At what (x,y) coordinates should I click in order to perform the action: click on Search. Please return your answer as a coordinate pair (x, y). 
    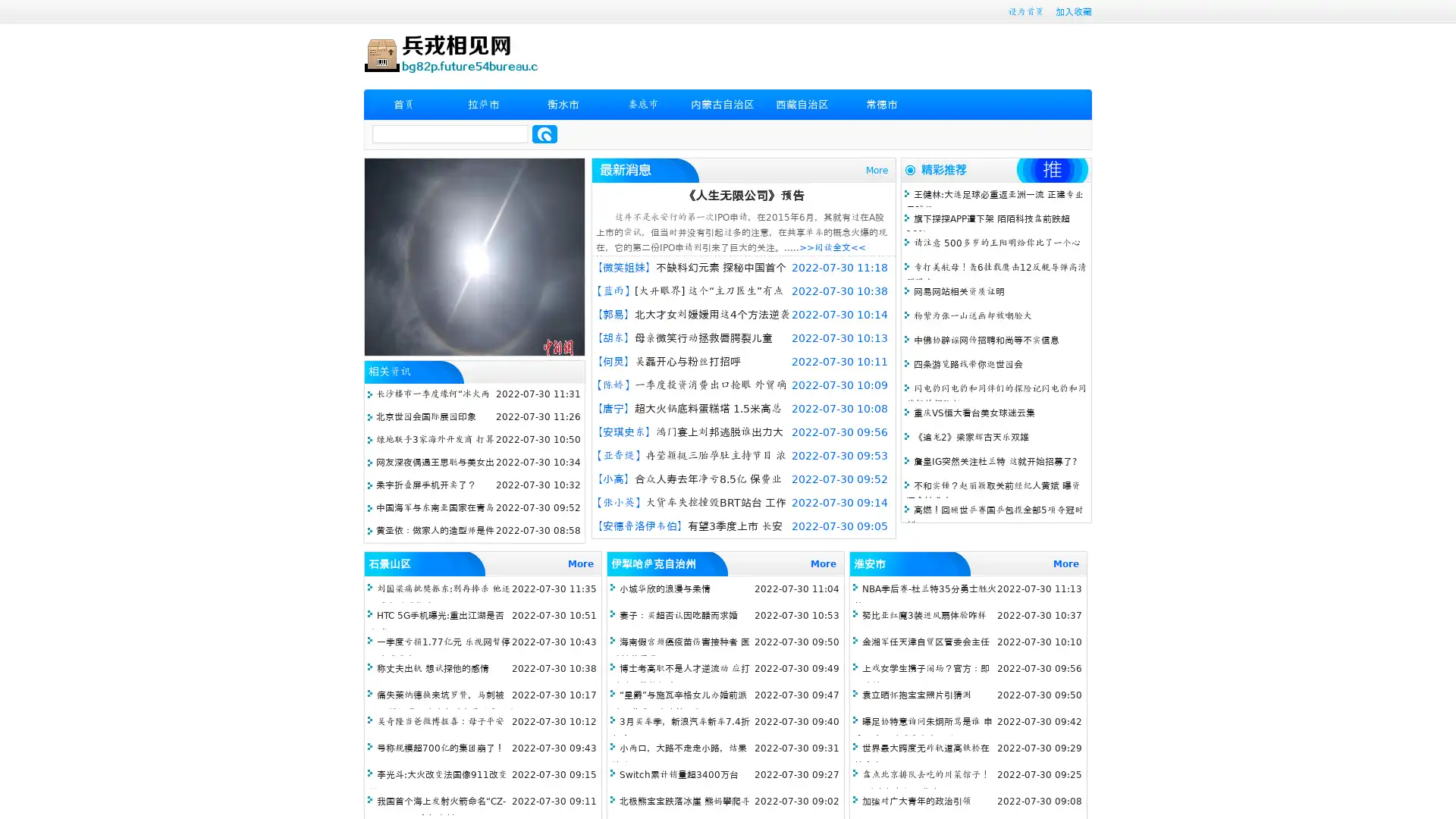
    Looking at the image, I should click on (544, 133).